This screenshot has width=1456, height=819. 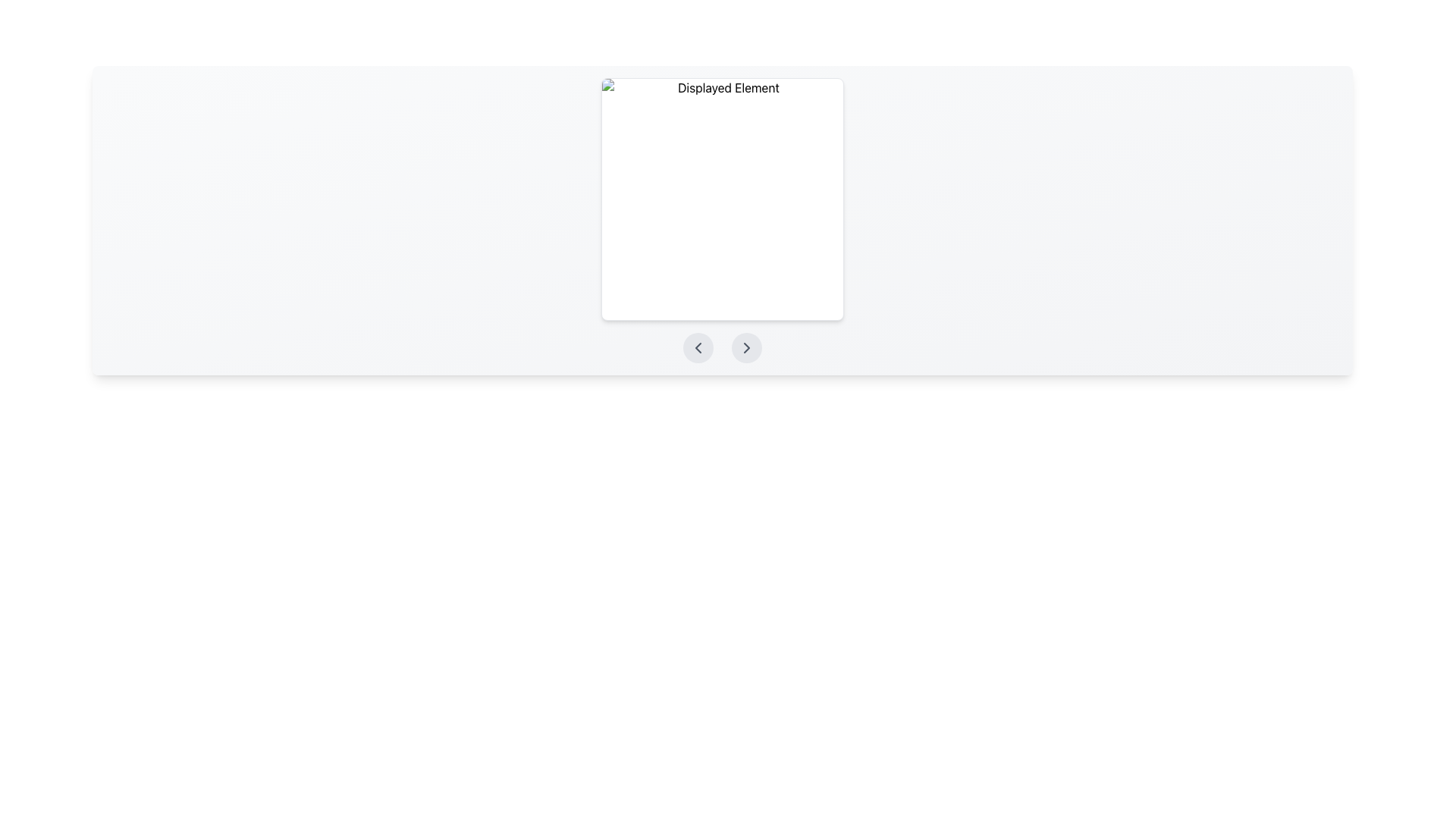 What do you see at coordinates (698, 348) in the screenshot?
I see `the left-pointing chevron icon located inside a circular button at the bottom of the card` at bounding box center [698, 348].